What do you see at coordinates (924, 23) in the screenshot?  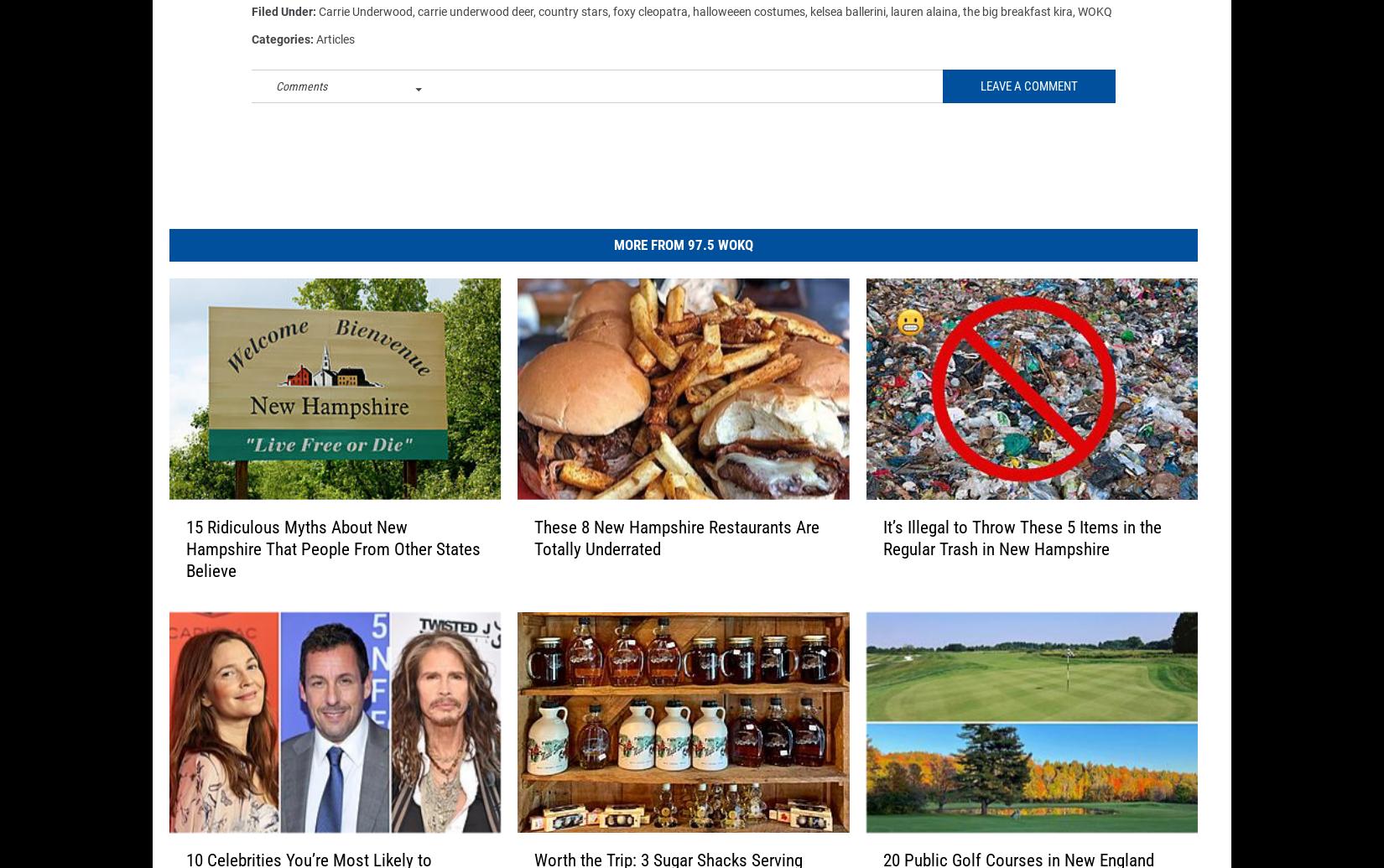 I see `'lauren alaina'` at bounding box center [924, 23].